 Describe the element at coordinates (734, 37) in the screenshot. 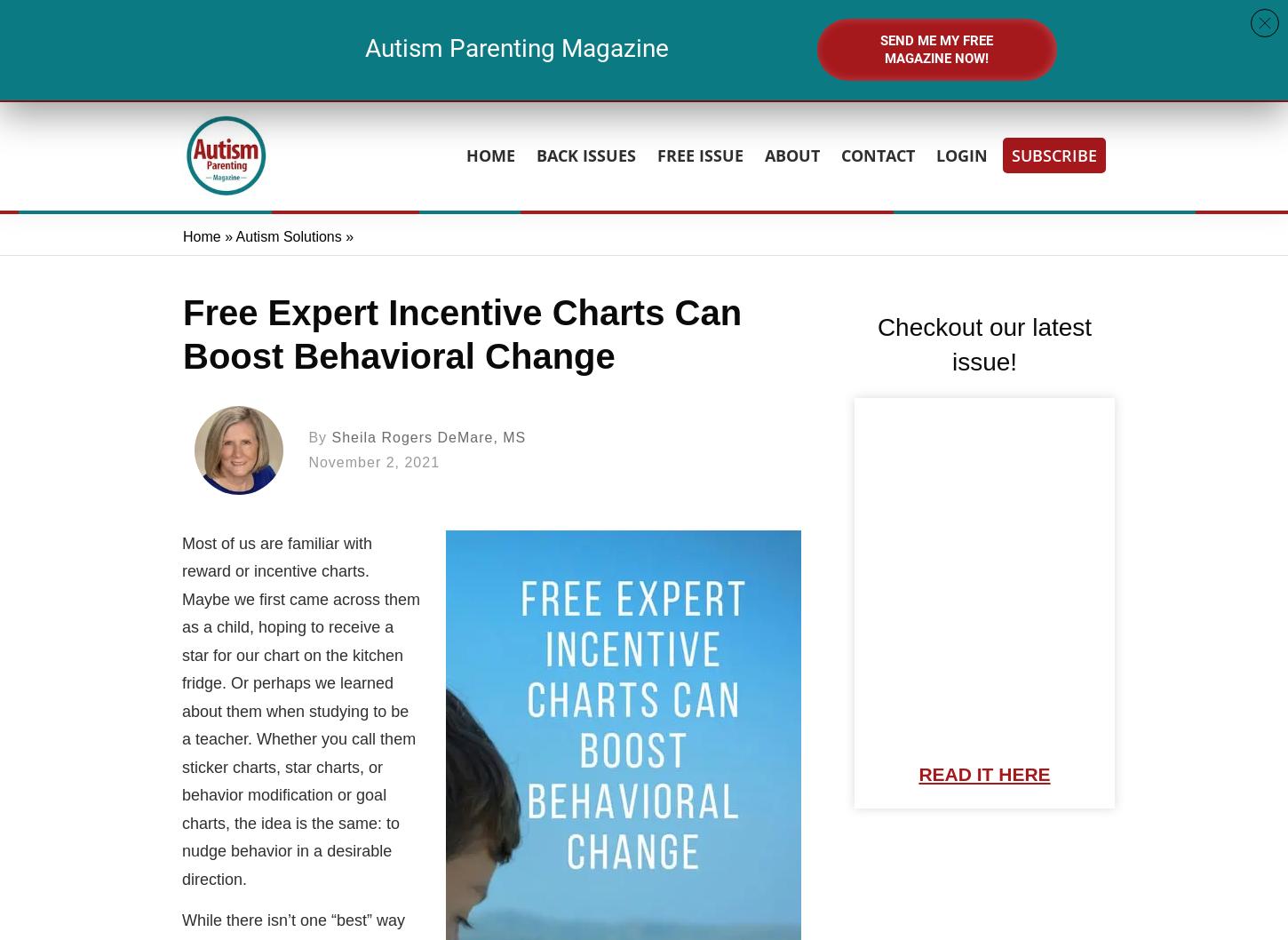

I see `'48'` at that location.